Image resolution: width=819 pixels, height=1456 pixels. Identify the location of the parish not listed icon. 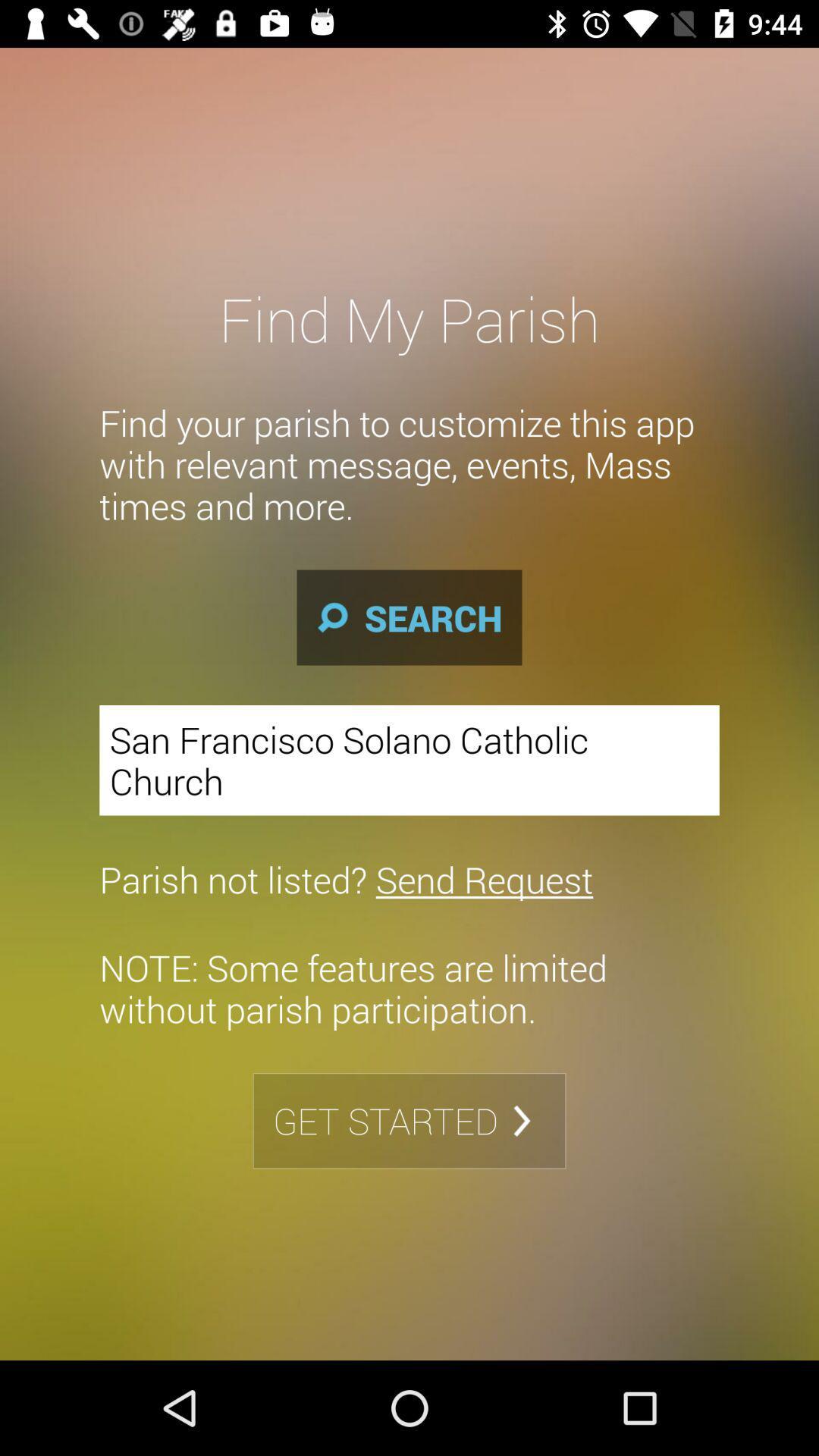
(346, 879).